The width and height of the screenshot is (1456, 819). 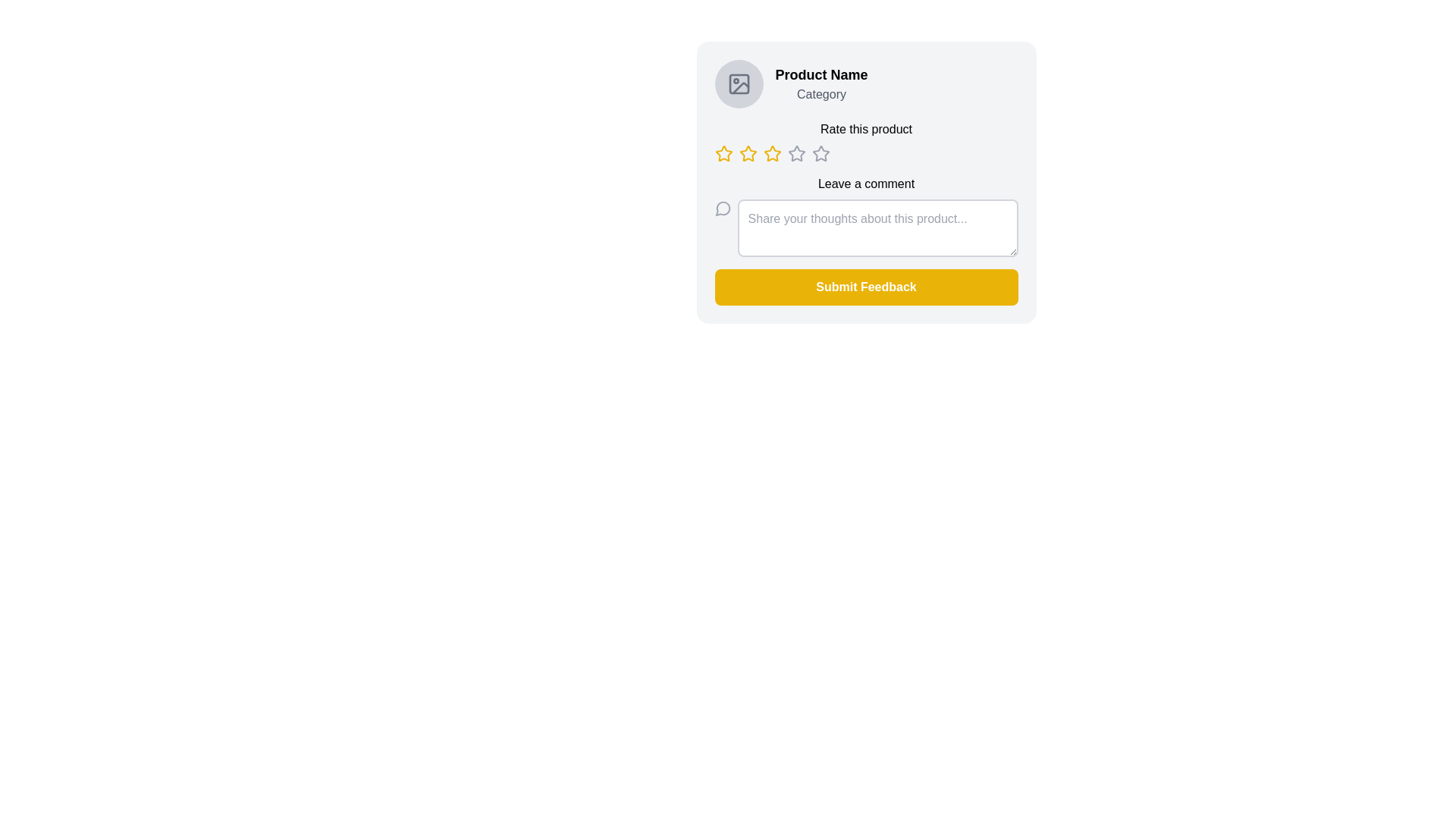 What do you see at coordinates (795, 152) in the screenshot?
I see `the fourth star icon in the horizontal row to provide a four-star rating for the product` at bounding box center [795, 152].